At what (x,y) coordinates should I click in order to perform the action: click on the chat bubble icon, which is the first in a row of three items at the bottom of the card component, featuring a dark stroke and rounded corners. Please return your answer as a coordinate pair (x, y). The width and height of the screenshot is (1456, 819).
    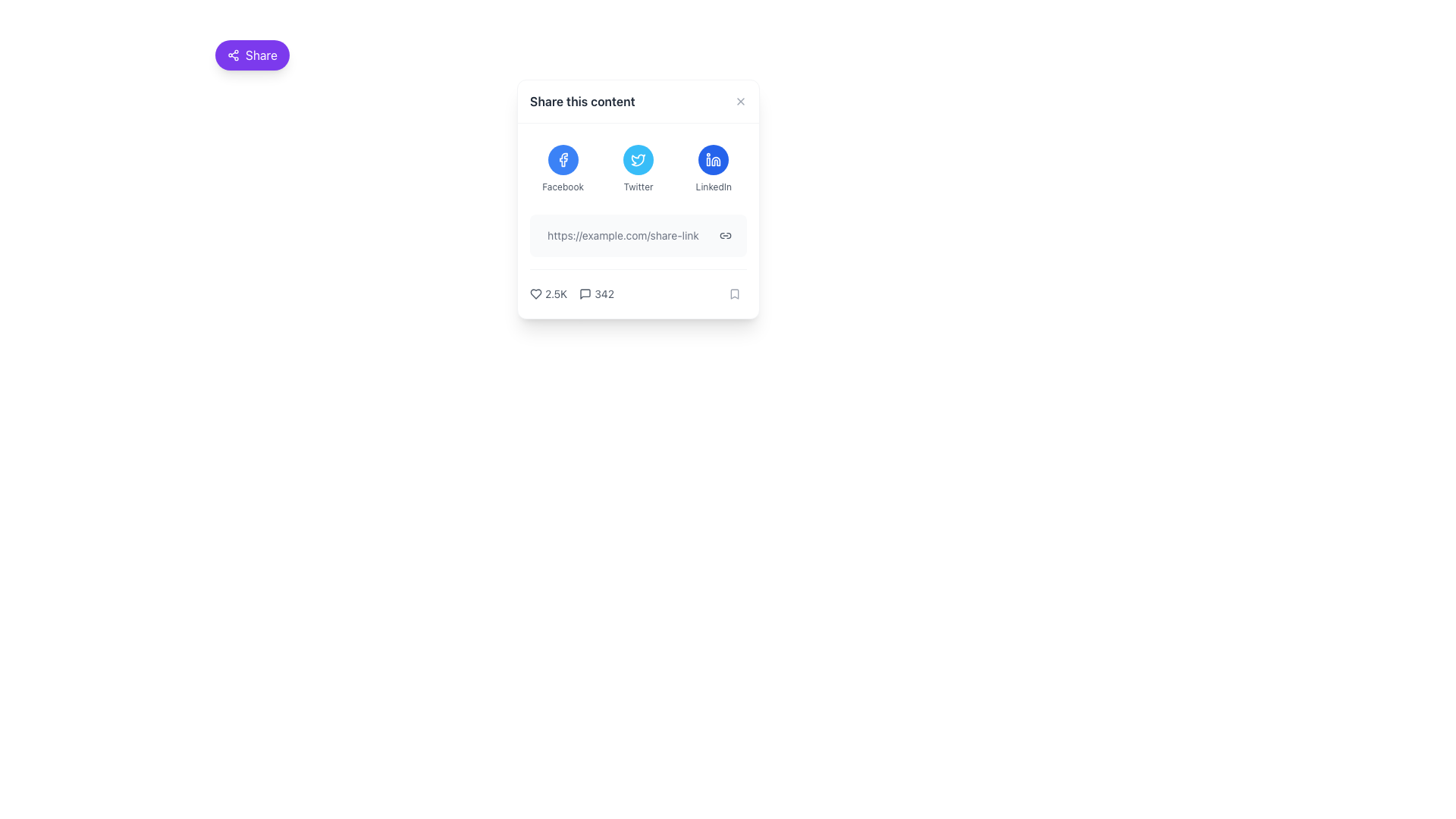
    Looking at the image, I should click on (585, 294).